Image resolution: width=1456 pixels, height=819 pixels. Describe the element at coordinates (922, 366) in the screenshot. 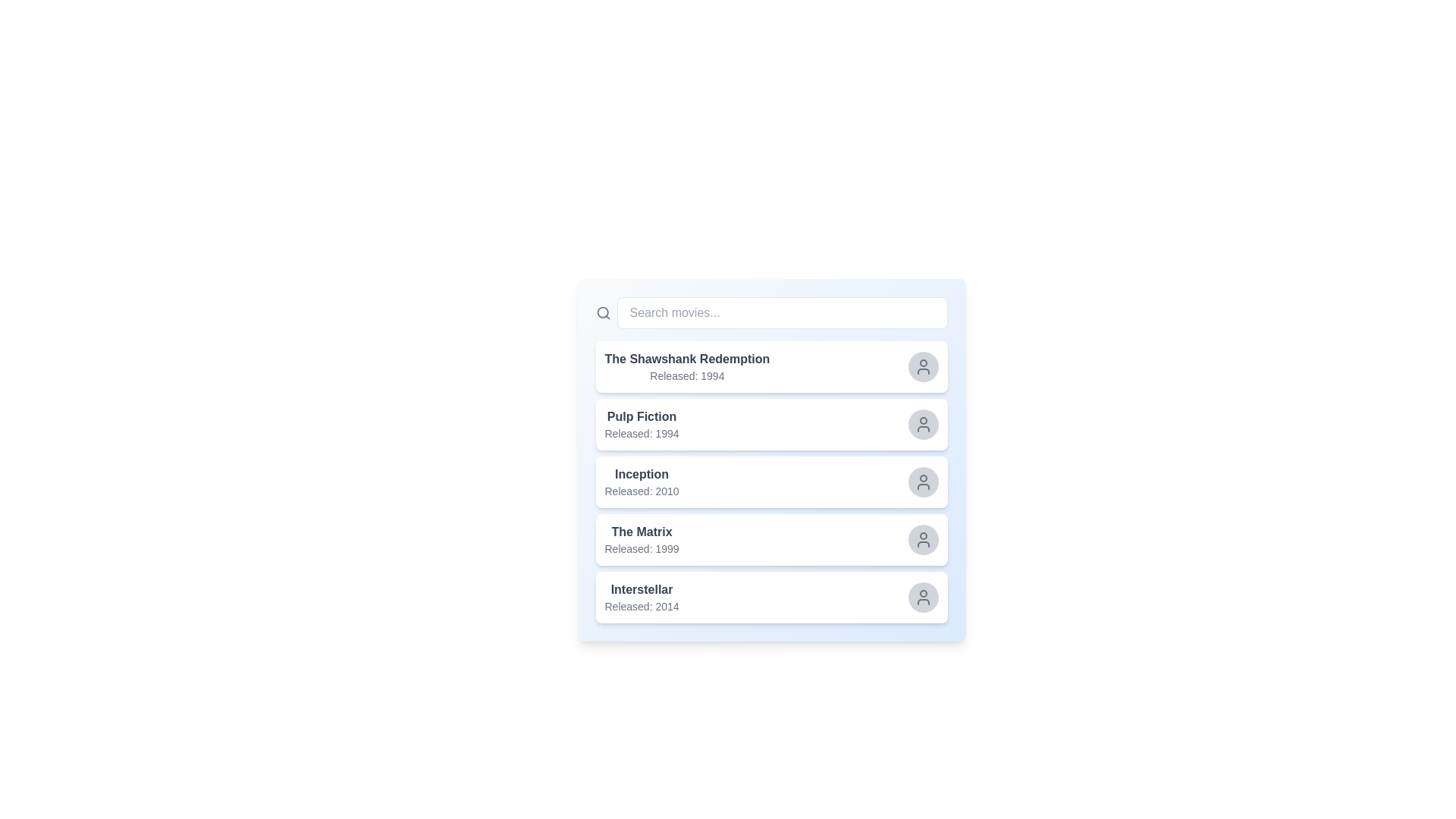

I see `the user icon located to the far right of the item row labeled 'The Shawshank Redemption' to initiate an action` at that location.